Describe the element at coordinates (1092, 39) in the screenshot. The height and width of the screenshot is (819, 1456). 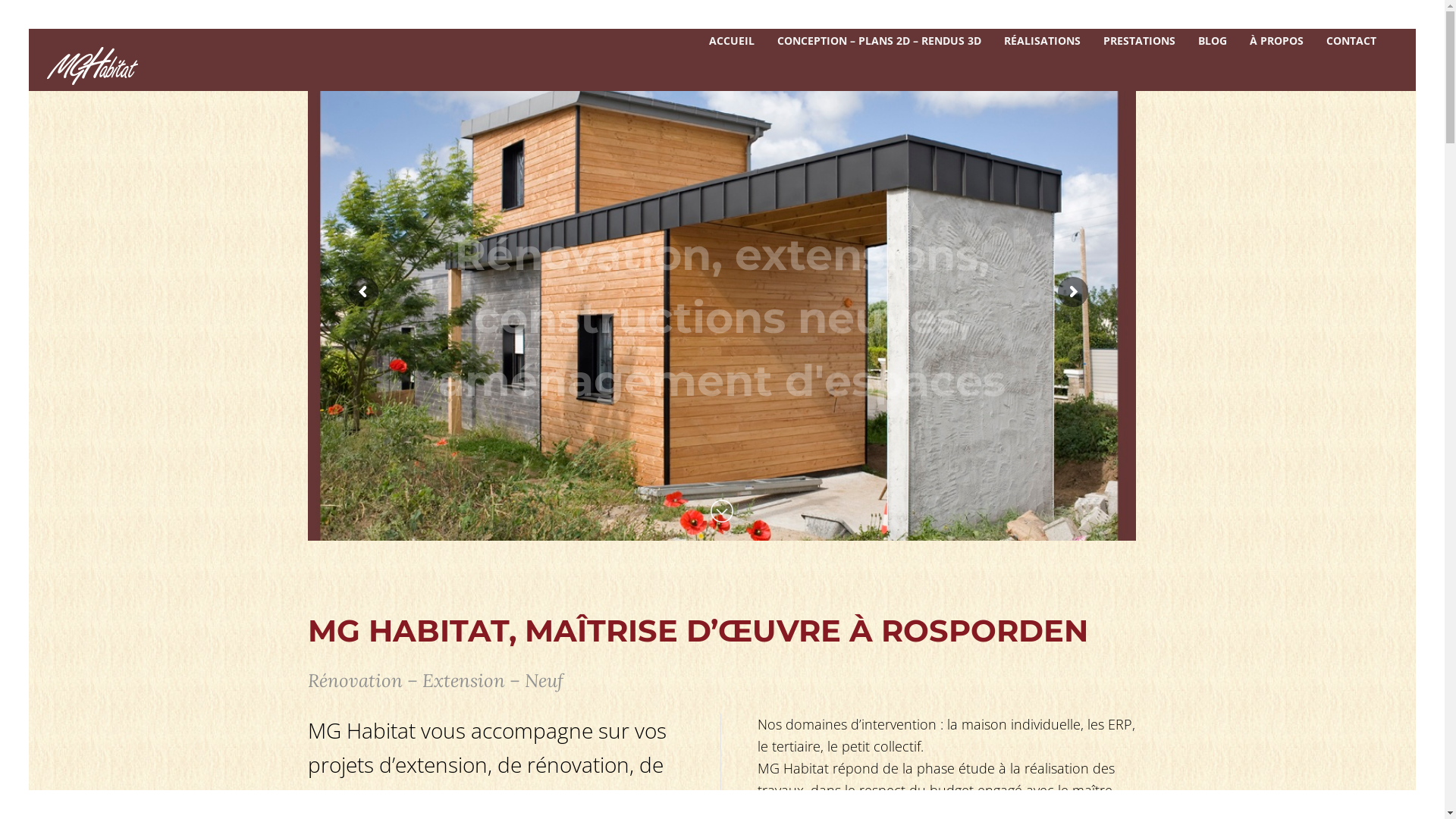
I see `'PRESTATIONS'` at that location.